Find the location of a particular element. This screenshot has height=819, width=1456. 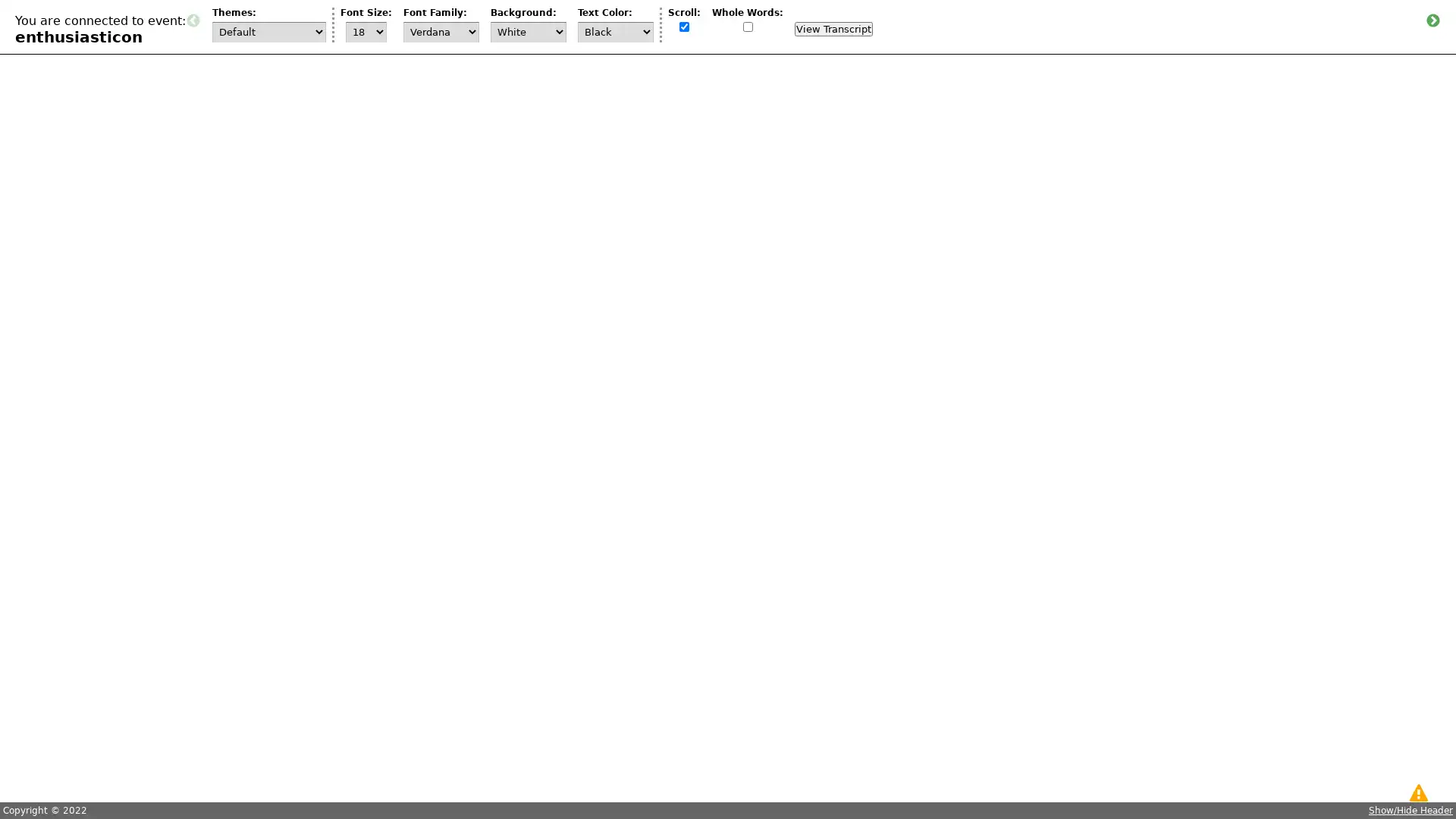

Previous Controls is located at coordinates (192, 20).